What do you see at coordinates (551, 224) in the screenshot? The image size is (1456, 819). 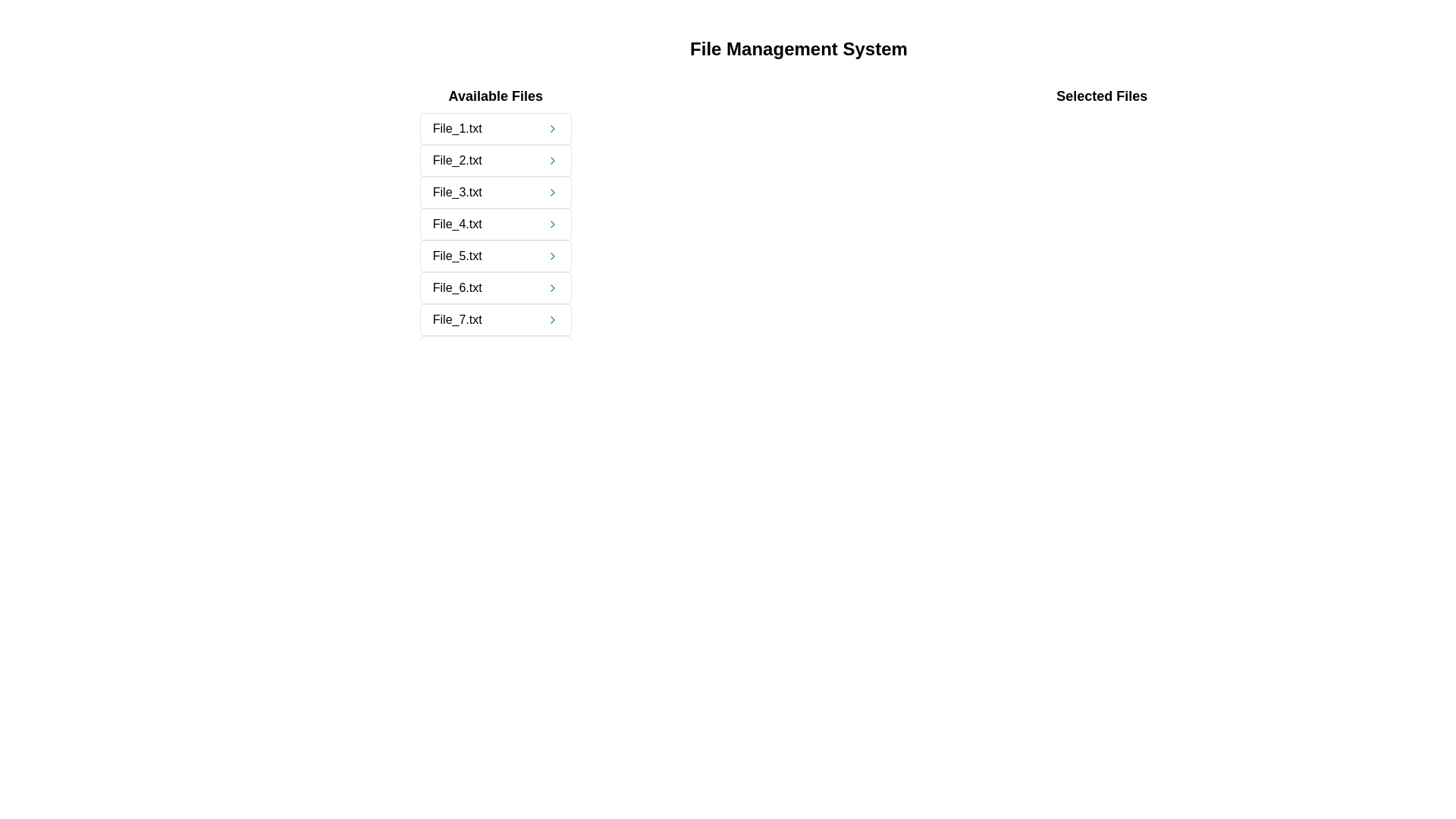 I see `the action trigger icon located to the right of the 'File_4.txt' entry in the 'Available Files' list` at bounding box center [551, 224].